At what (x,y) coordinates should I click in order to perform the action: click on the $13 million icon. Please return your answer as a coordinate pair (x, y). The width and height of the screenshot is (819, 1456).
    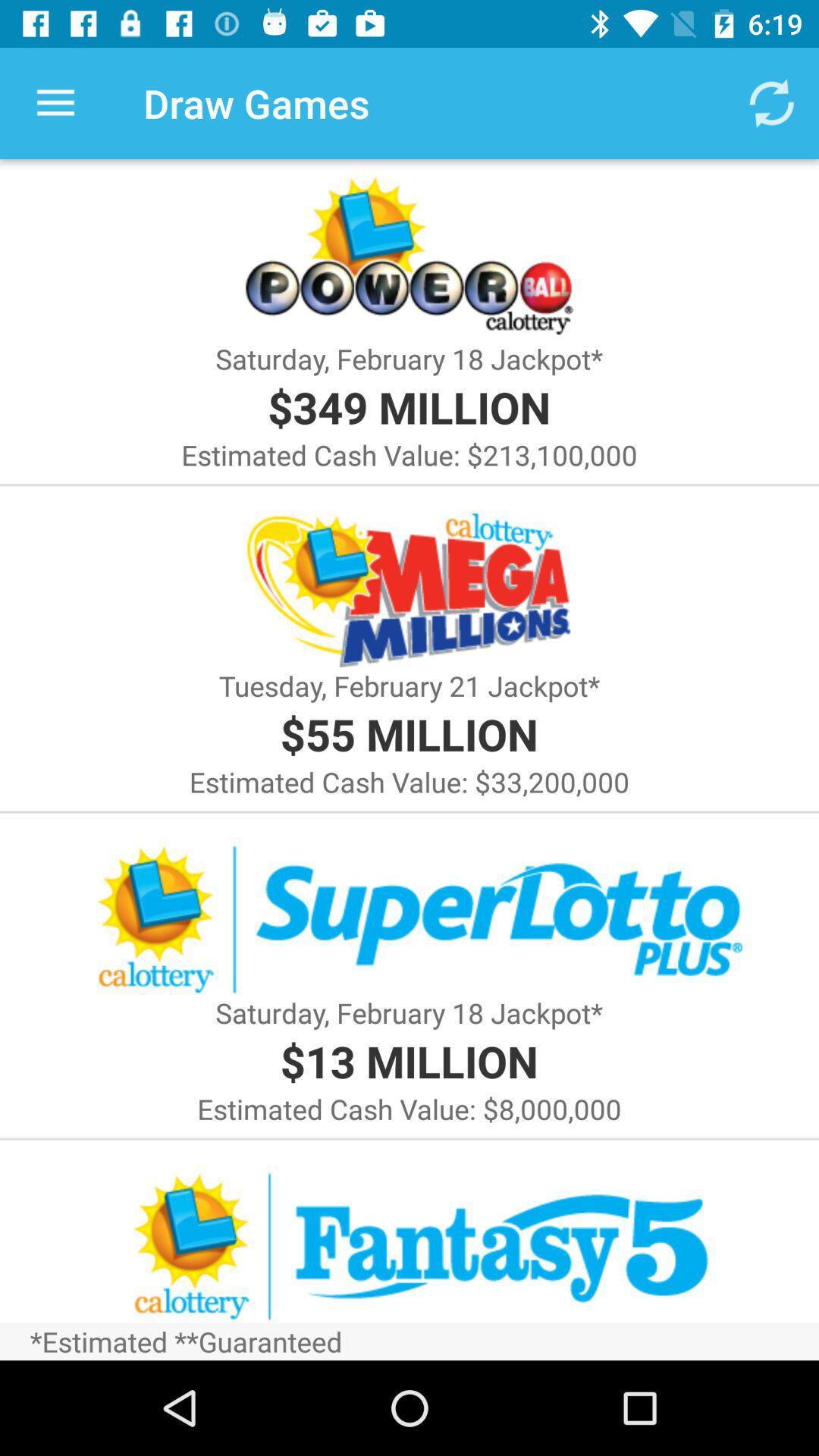
    Looking at the image, I should click on (408, 1060).